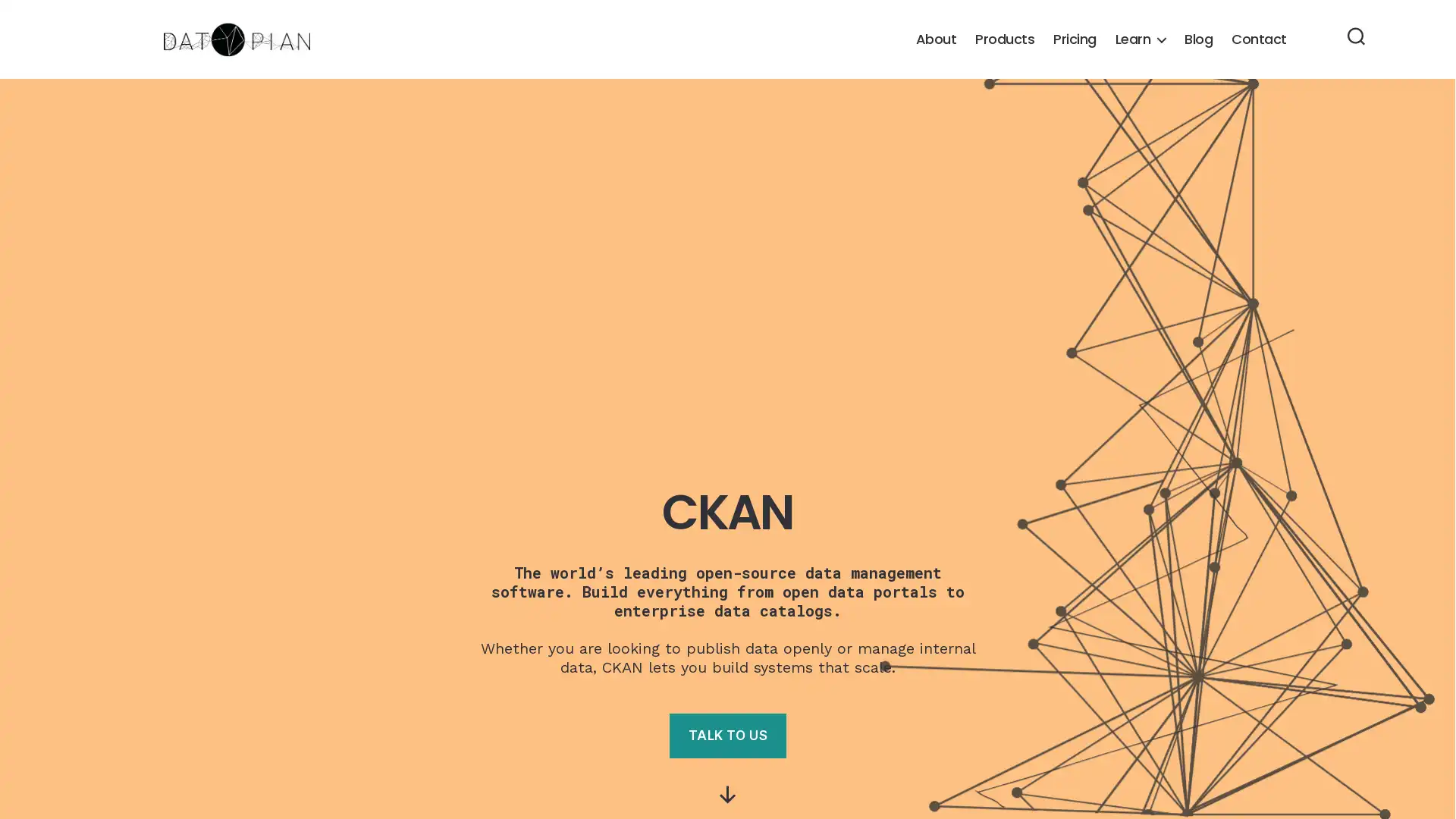  What do you see at coordinates (1356, 37) in the screenshot?
I see `Search` at bounding box center [1356, 37].